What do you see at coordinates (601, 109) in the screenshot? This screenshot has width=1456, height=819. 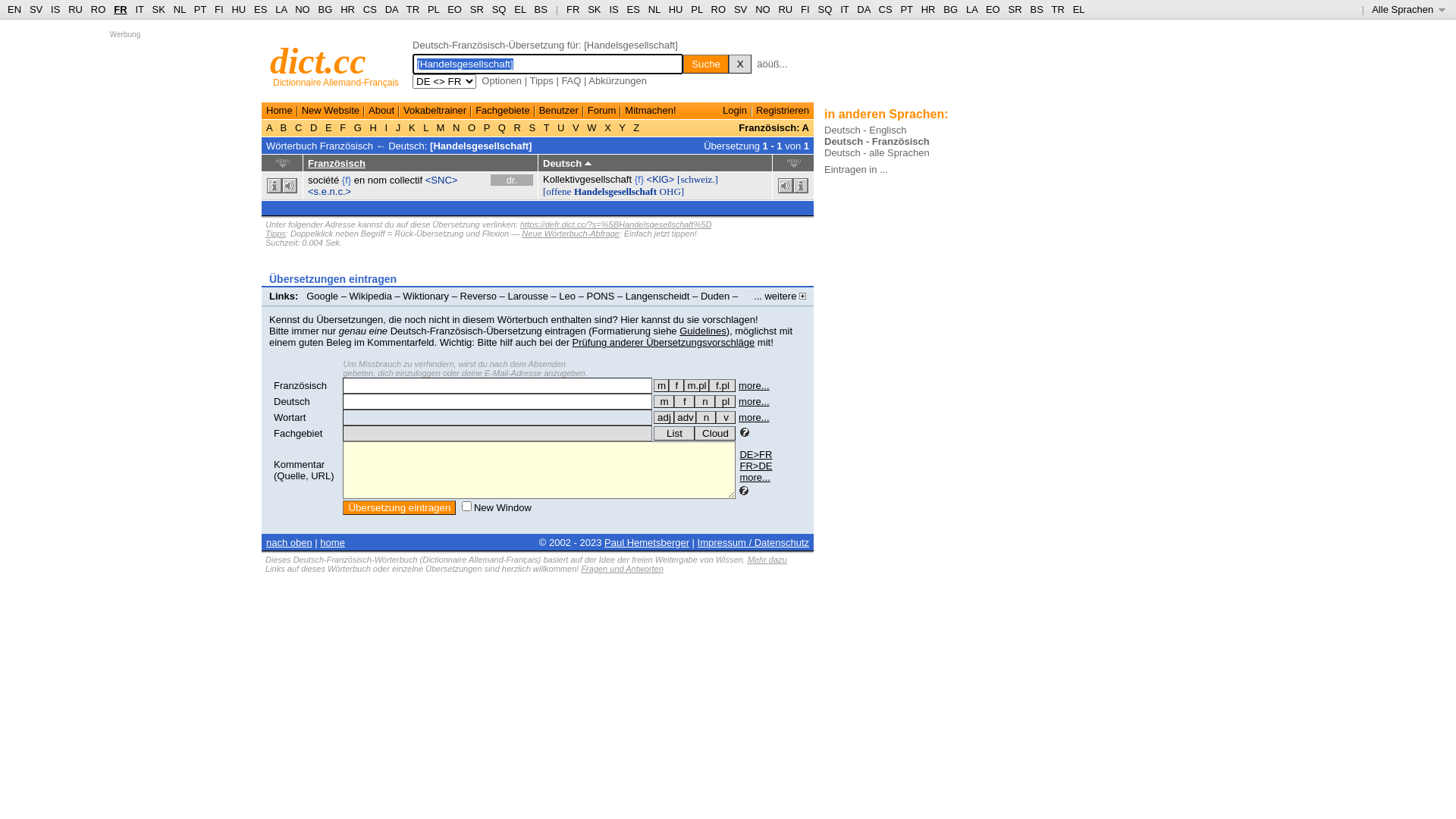 I see `'Forum'` at bounding box center [601, 109].